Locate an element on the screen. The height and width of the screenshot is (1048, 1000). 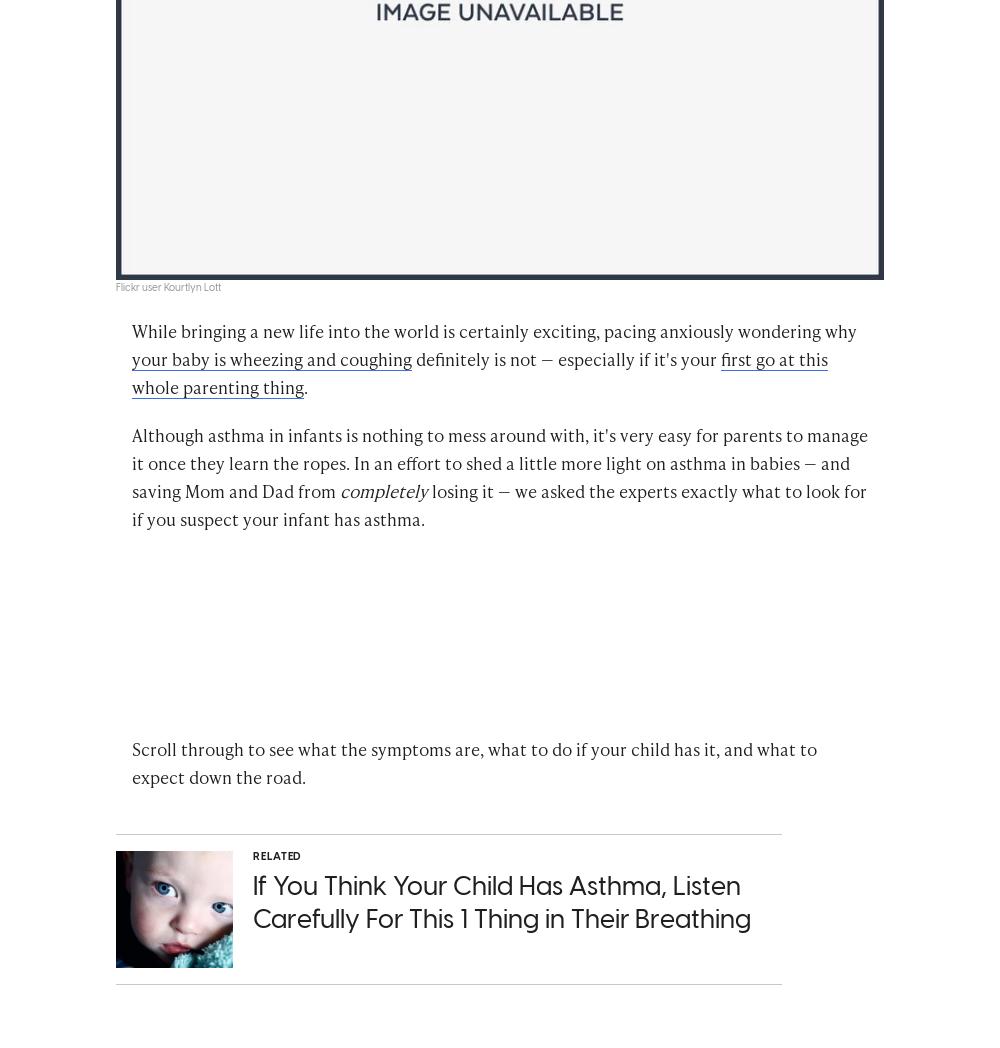
'Related' is located at coordinates (277, 856).